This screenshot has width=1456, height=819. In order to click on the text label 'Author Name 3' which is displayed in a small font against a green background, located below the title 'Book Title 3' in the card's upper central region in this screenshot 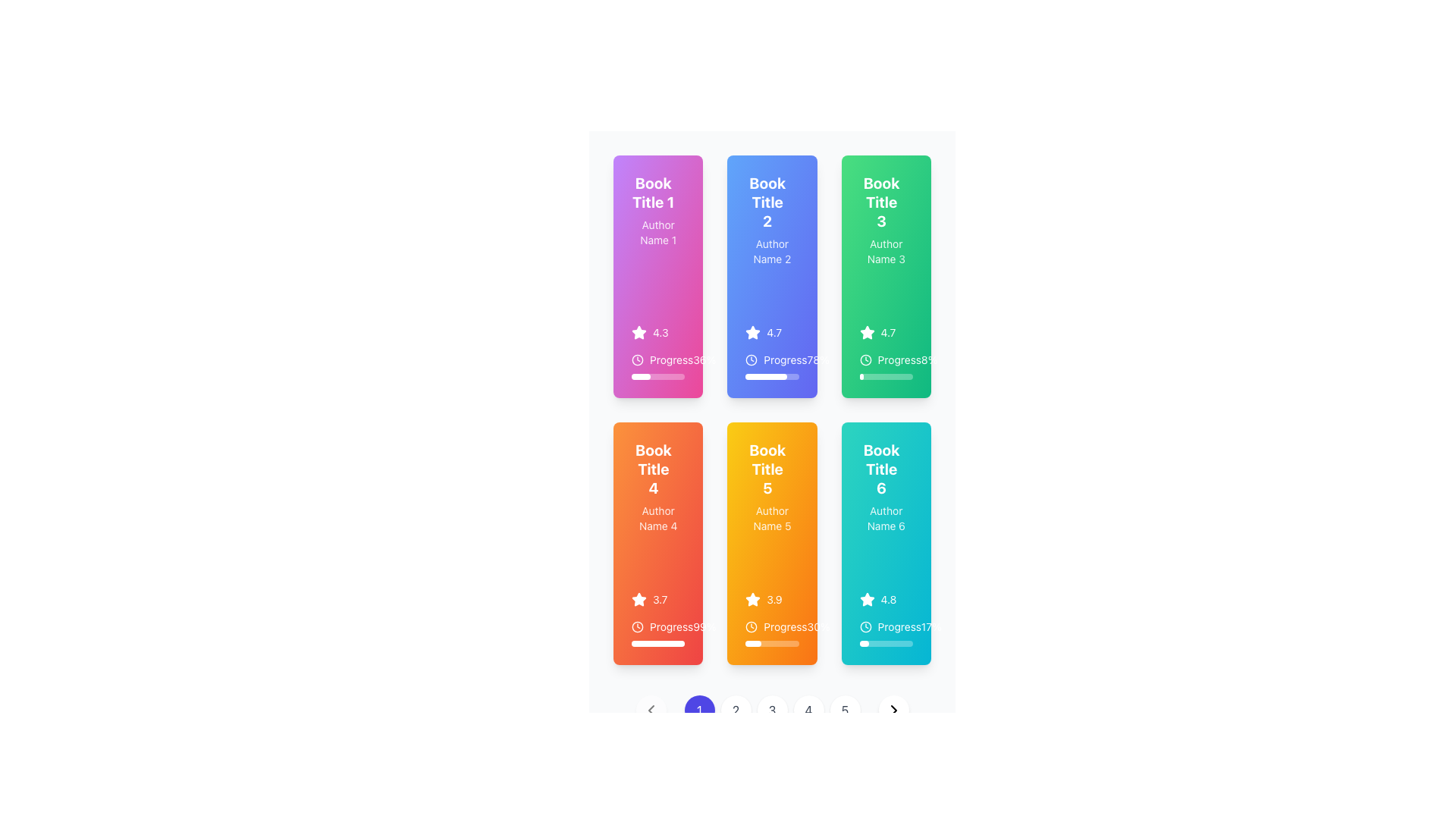, I will do `click(886, 250)`.